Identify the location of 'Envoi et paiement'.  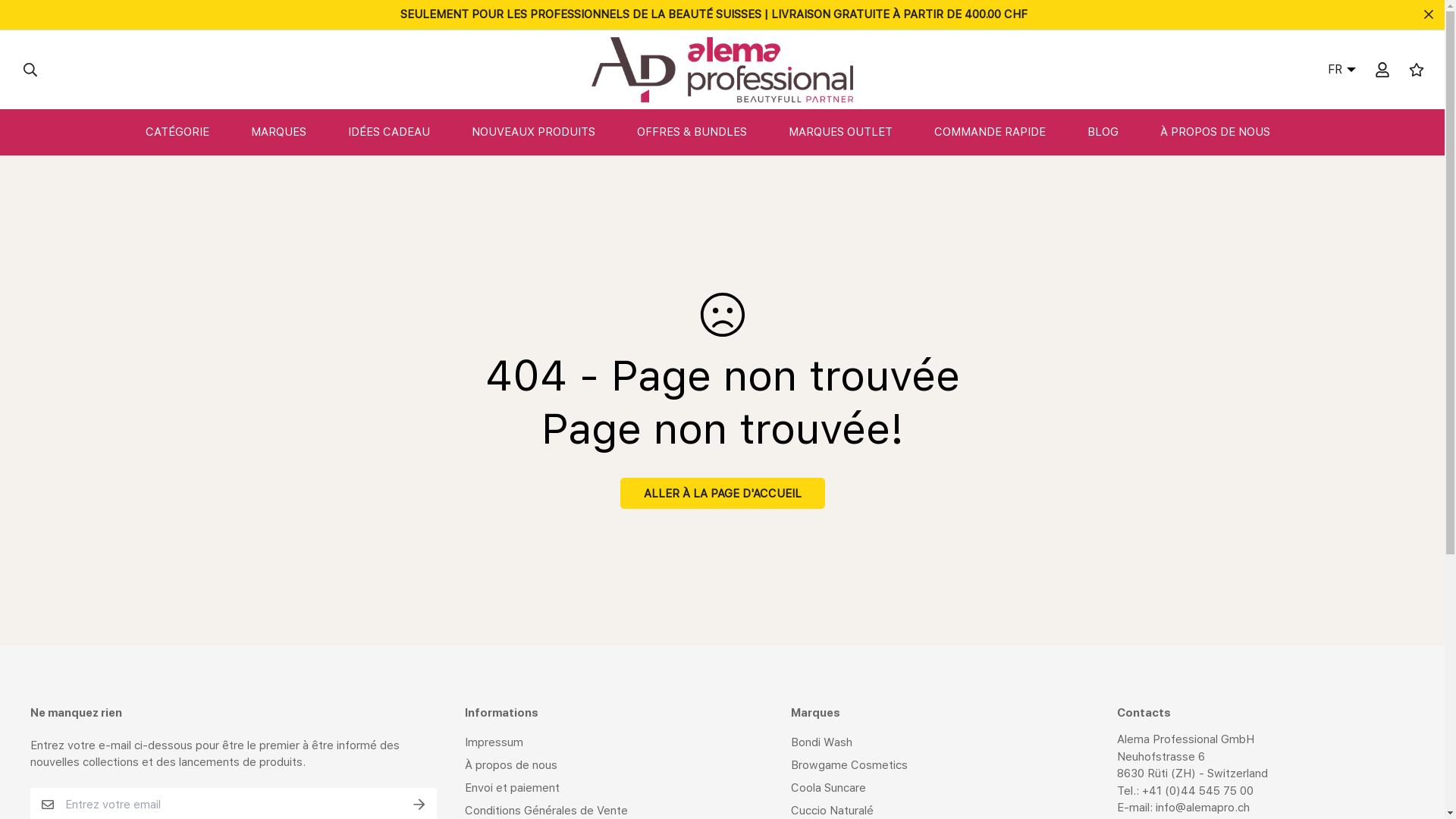
(512, 786).